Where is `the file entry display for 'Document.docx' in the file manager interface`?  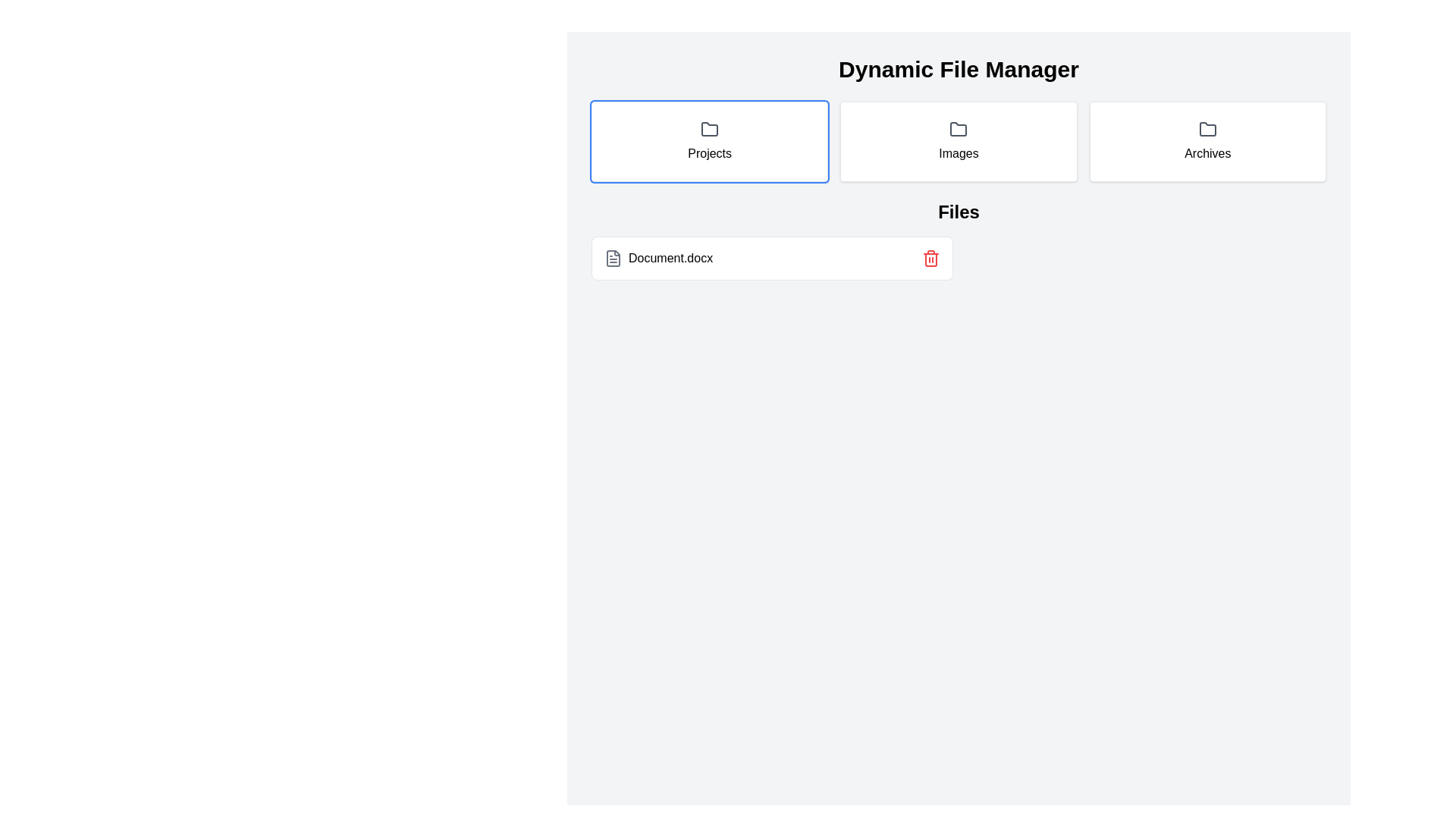
the file entry display for 'Document.docx' in the file manager interface is located at coordinates (958, 257).